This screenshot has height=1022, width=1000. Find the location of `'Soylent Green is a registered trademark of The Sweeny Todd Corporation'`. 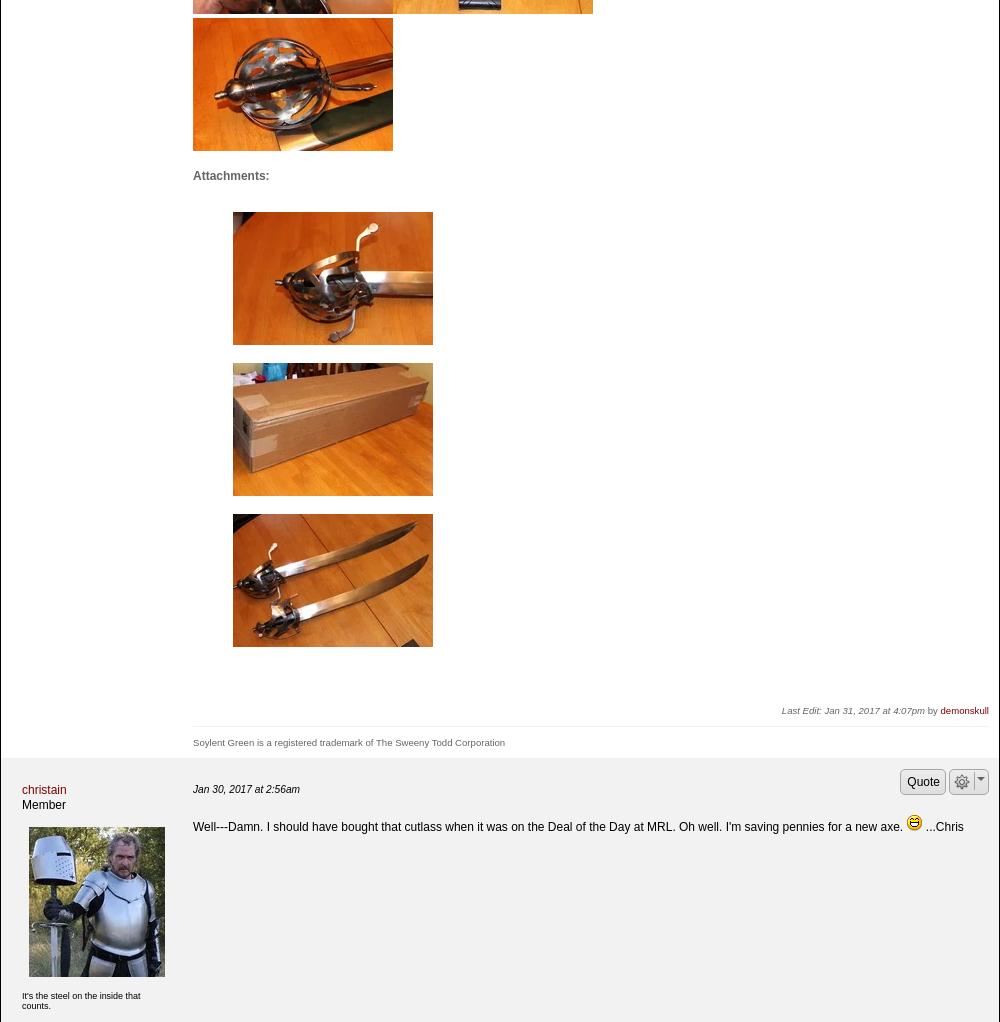

'Soylent Green is a registered trademark of The Sweeny Todd Corporation' is located at coordinates (192, 741).